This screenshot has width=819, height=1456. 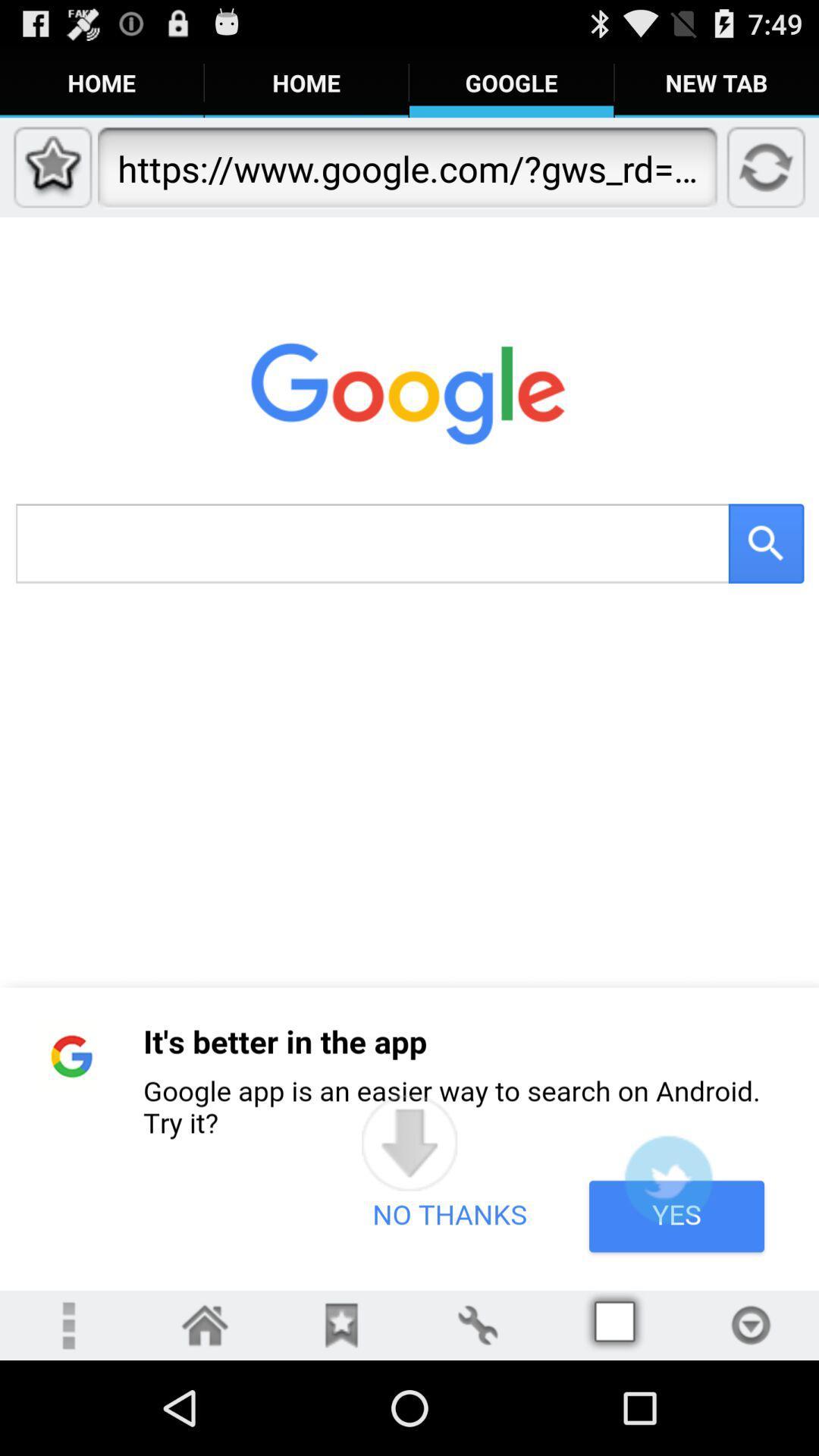 I want to click on the tab home on the web page, so click(x=306, y=82).